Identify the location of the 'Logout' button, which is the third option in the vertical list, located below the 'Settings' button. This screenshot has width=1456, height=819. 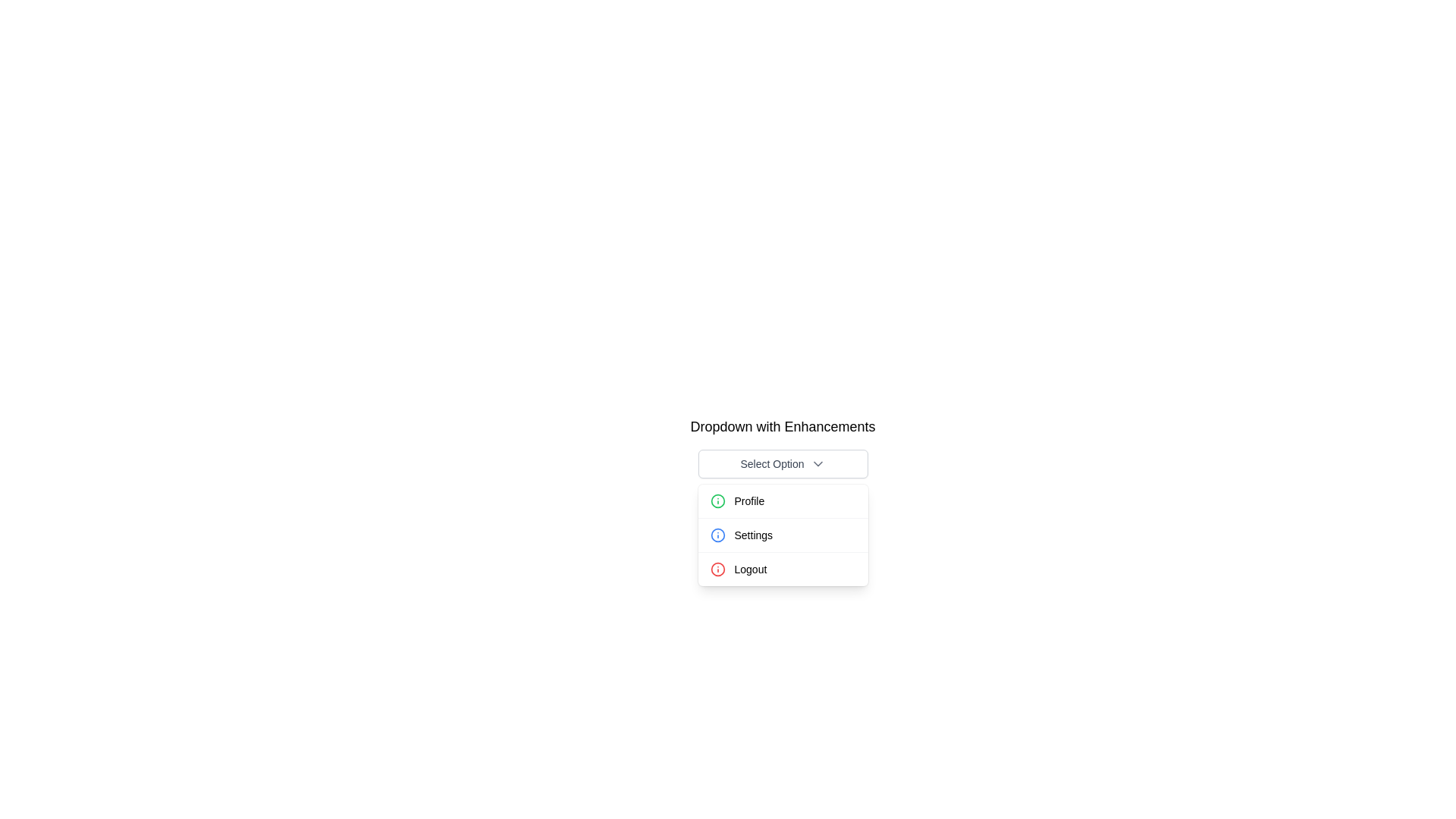
(783, 569).